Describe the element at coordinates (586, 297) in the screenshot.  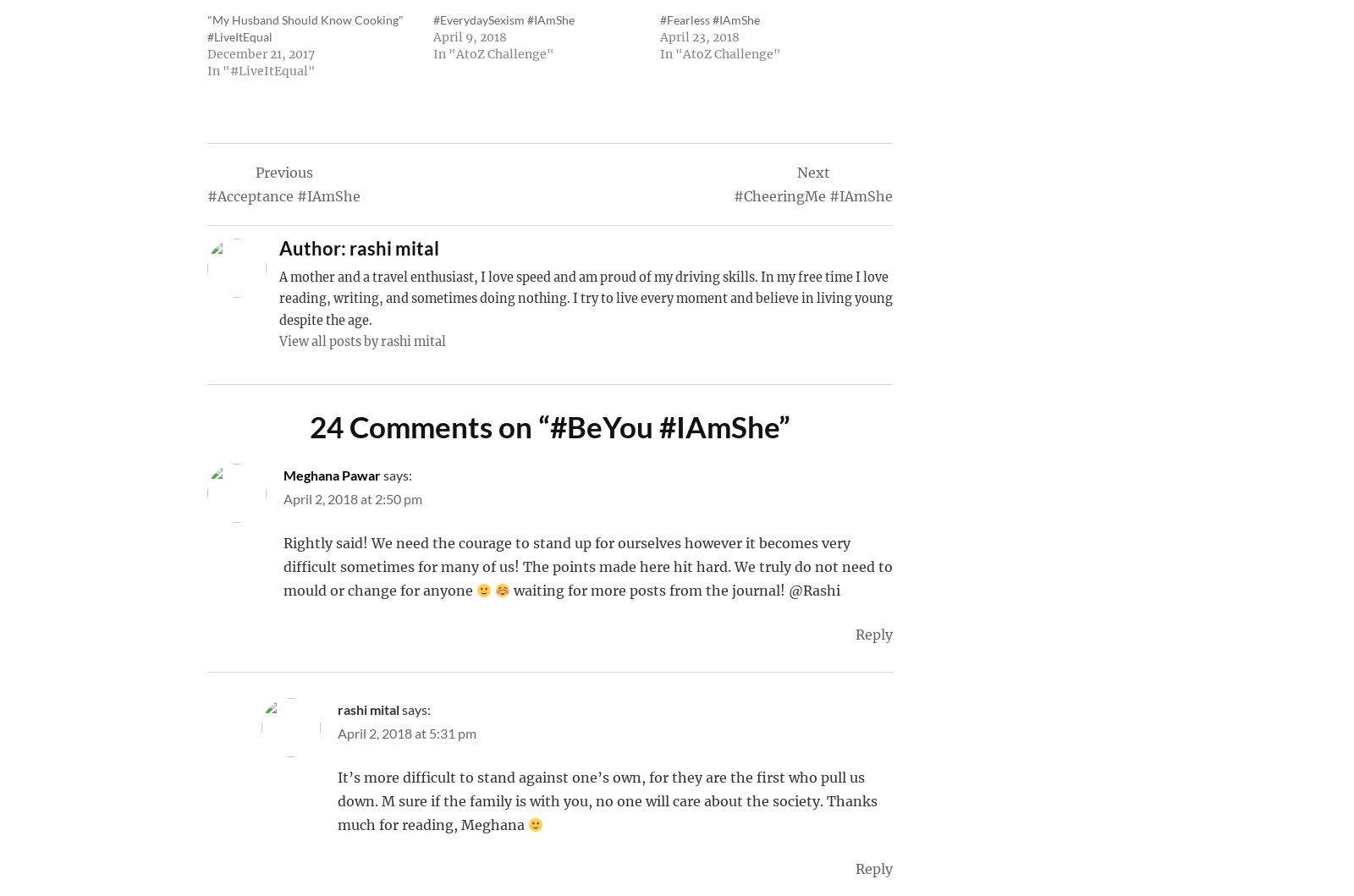
I see `'A mother and a travel enthusiast, I love speed and am proud of my driving skills. In my free time I love reading, writing, and sometimes doing nothing. I try to live every moment and believe in living young despite the age.'` at that location.